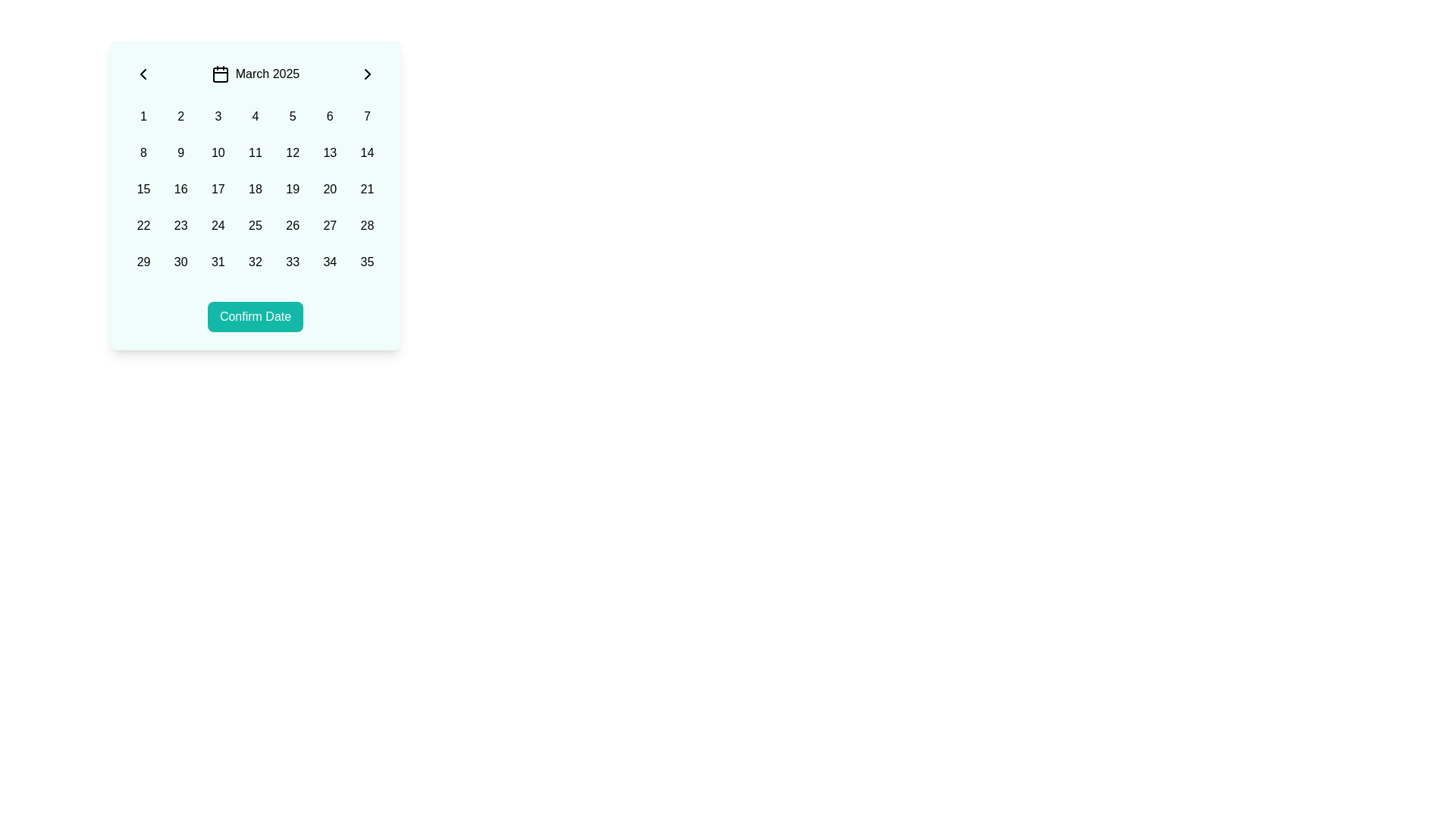  I want to click on the button displaying the number '32' in black text, located in the fifth column of the last row of the grid layout, which has a teal hover effect and rounded corners, so click(255, 262).